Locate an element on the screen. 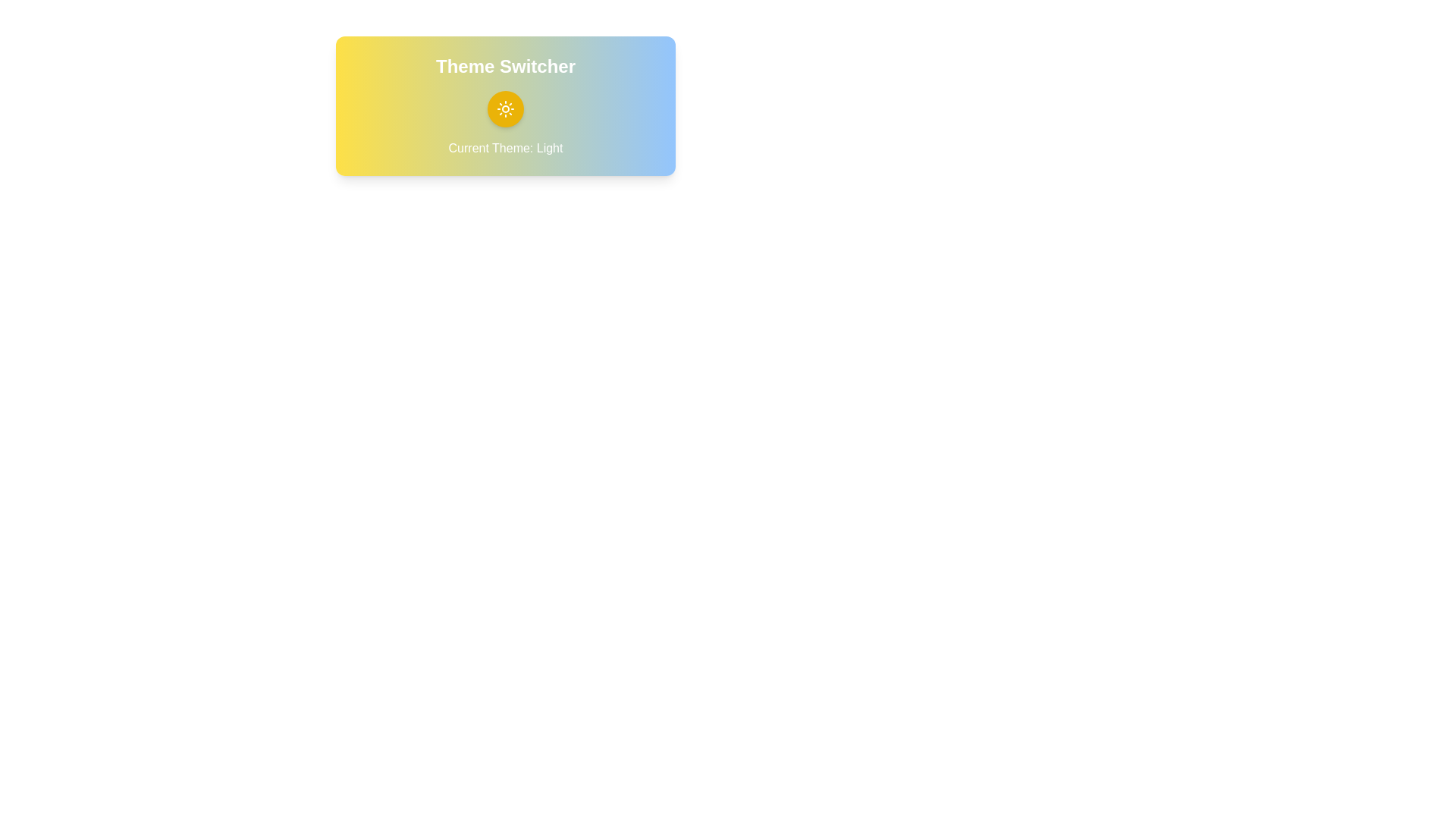 The image size is (1456, 819). the theme toggle button located centrally below the text 'Theme Switcher' is located at coordinates (506, 108).